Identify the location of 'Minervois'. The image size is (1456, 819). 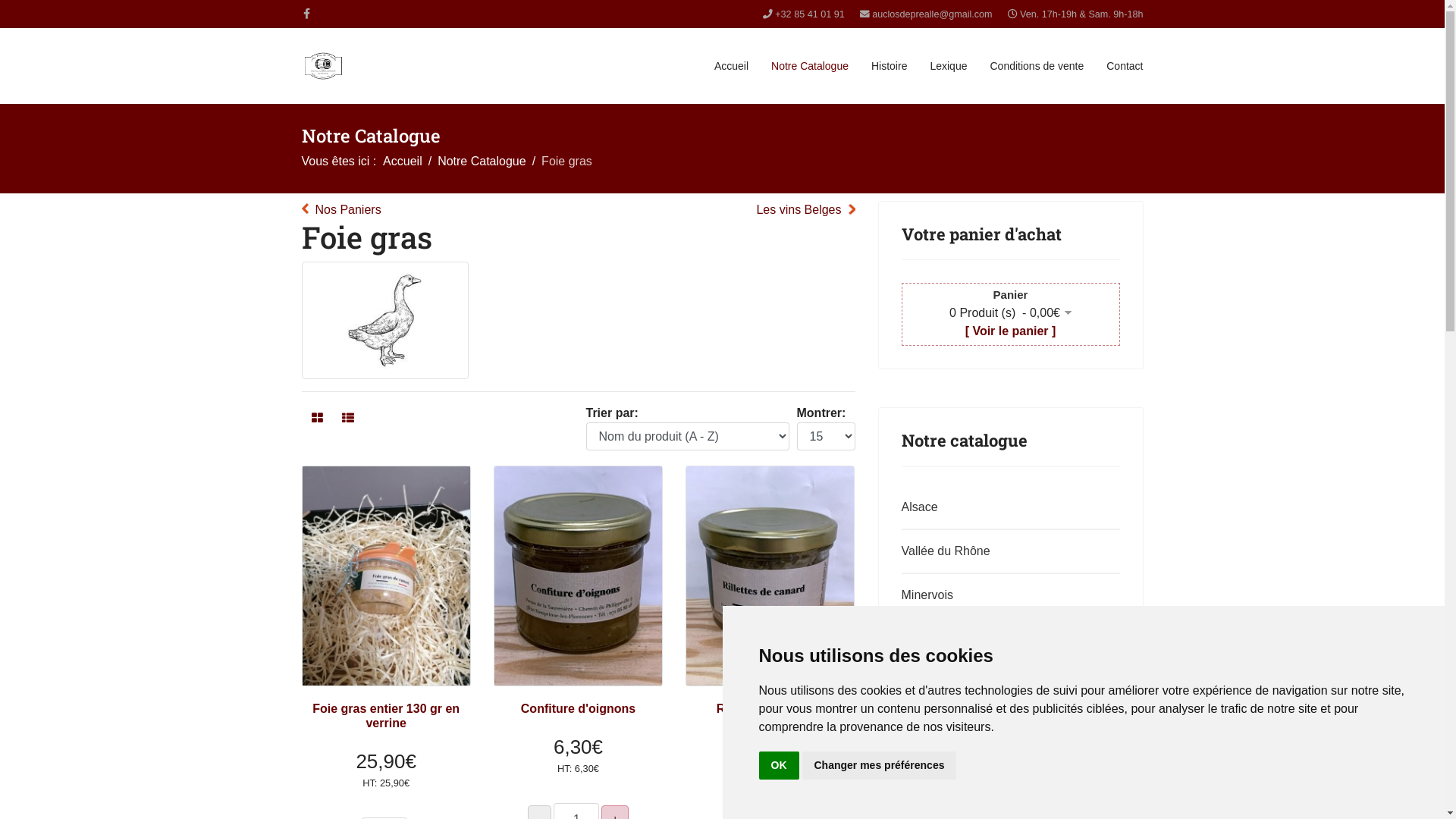
(1007, 595).